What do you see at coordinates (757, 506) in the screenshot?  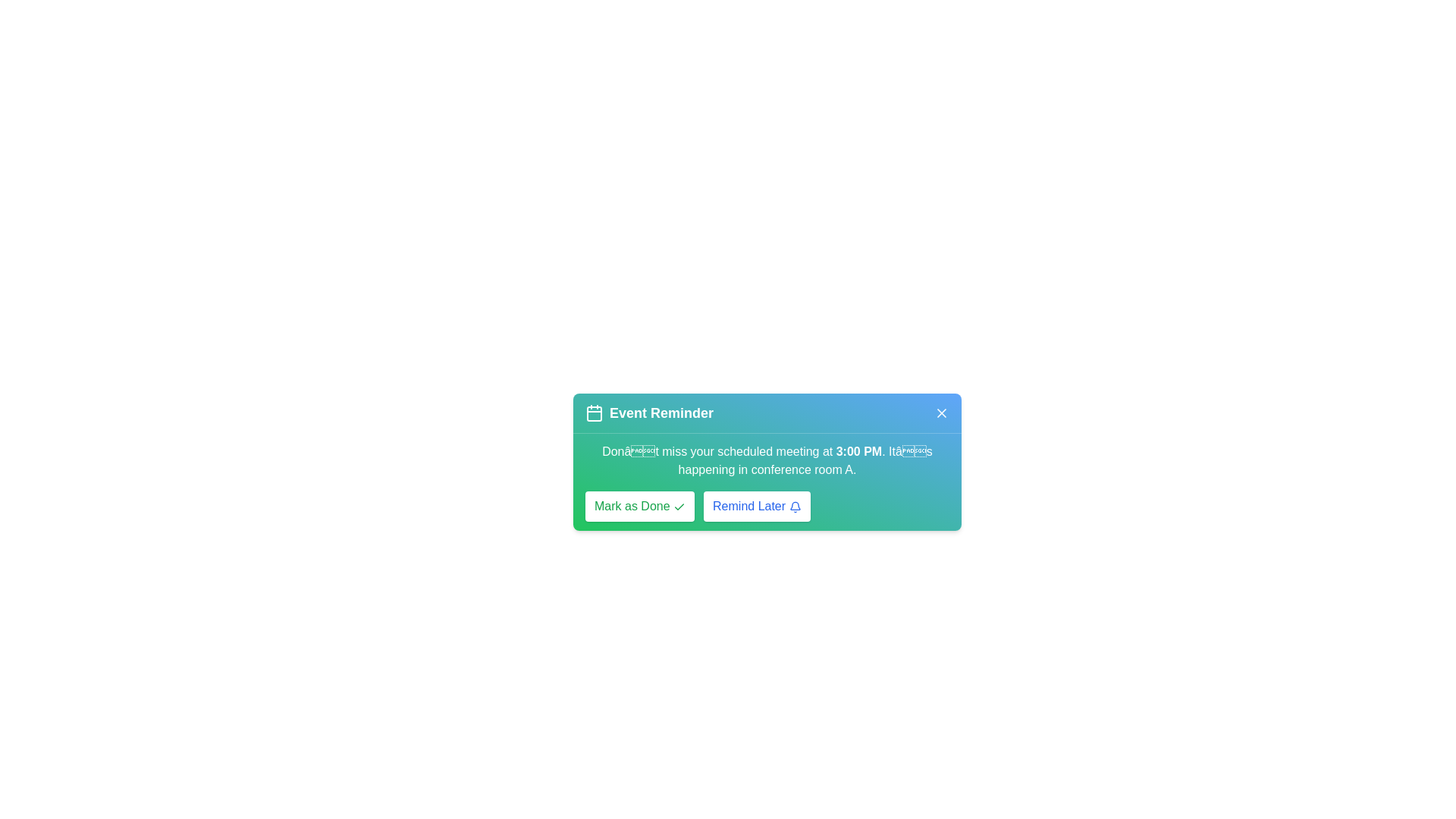 I see `'Remind Later' button to reschedule the reminder` at bounding box center [757, 506].